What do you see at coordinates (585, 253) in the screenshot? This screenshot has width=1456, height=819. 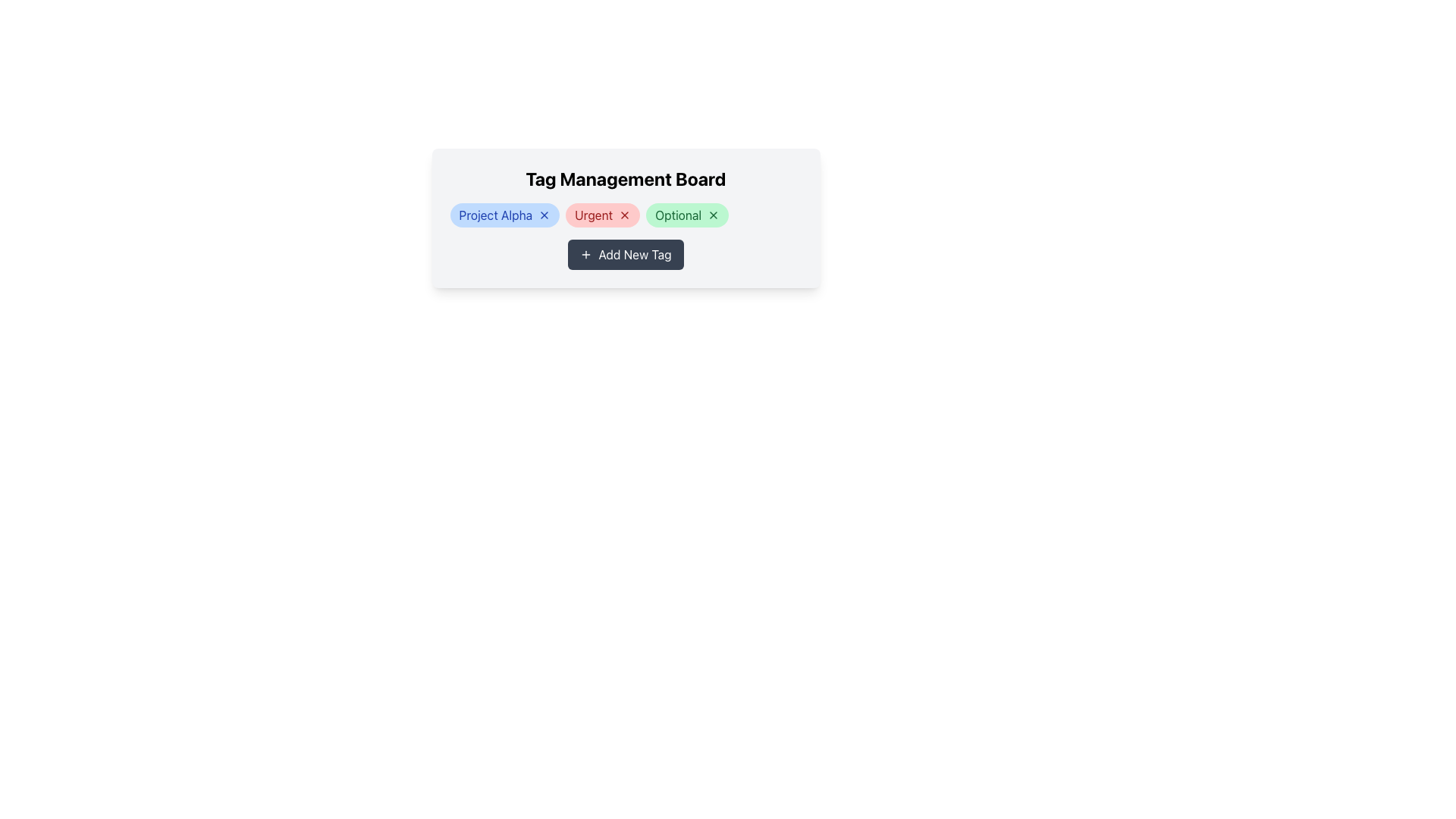 I see `the button labeled 'Add New Tag' which contains a small plus icon on its left side` at bounding box center [585, 253].